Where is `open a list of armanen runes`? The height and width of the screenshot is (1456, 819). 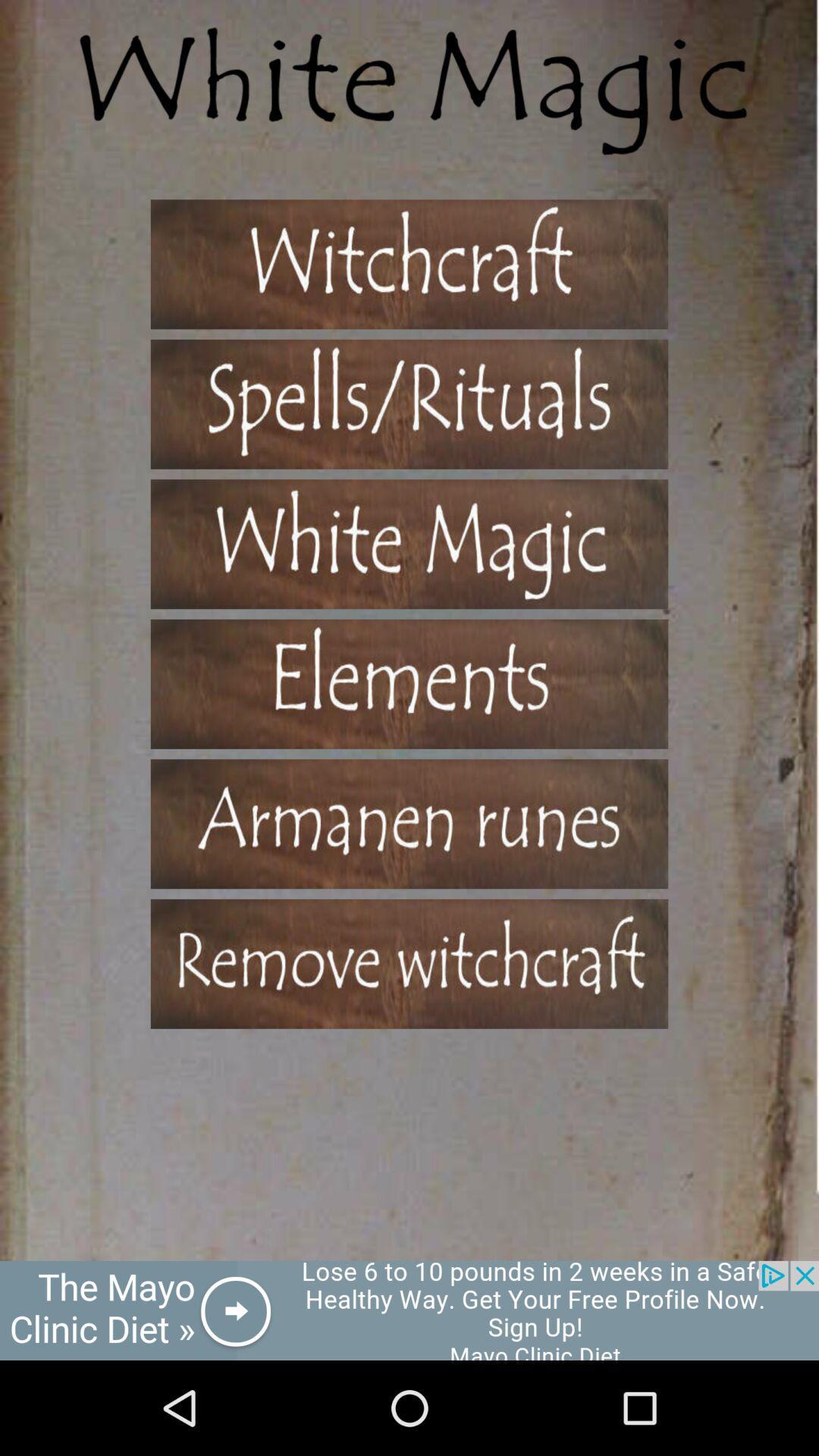
open a list of armanen runes is located at coordinates (409, 823).